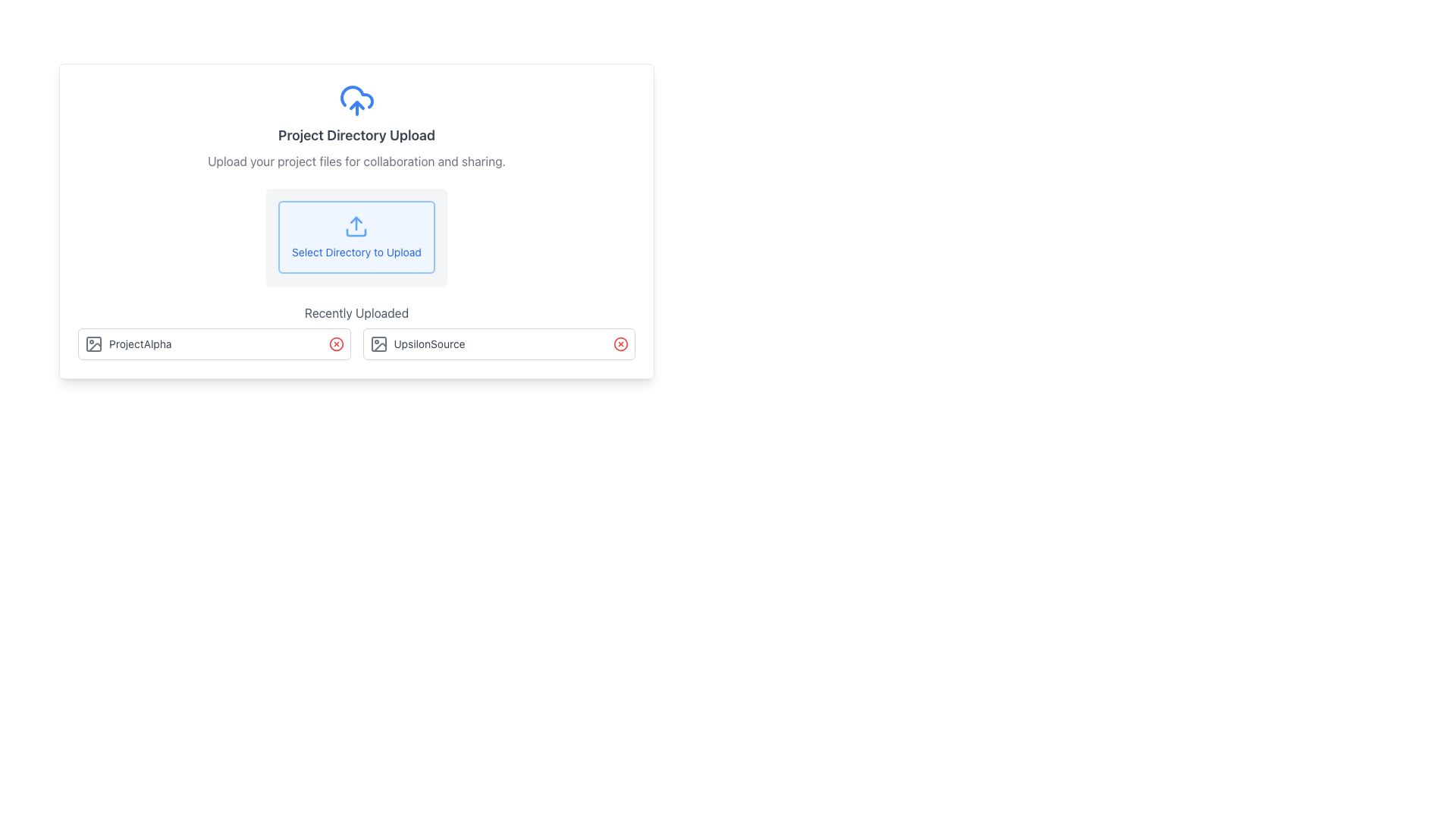  What do you see at coordinates (378, 344) in the screenshot?
I see `the small rectangular shape with rounded corners, filled in a neutral color, located within the image-related icon in the 'UpsilonSource' entry's icon column in the recently uploaded files section` at bounding box center [378, 344].